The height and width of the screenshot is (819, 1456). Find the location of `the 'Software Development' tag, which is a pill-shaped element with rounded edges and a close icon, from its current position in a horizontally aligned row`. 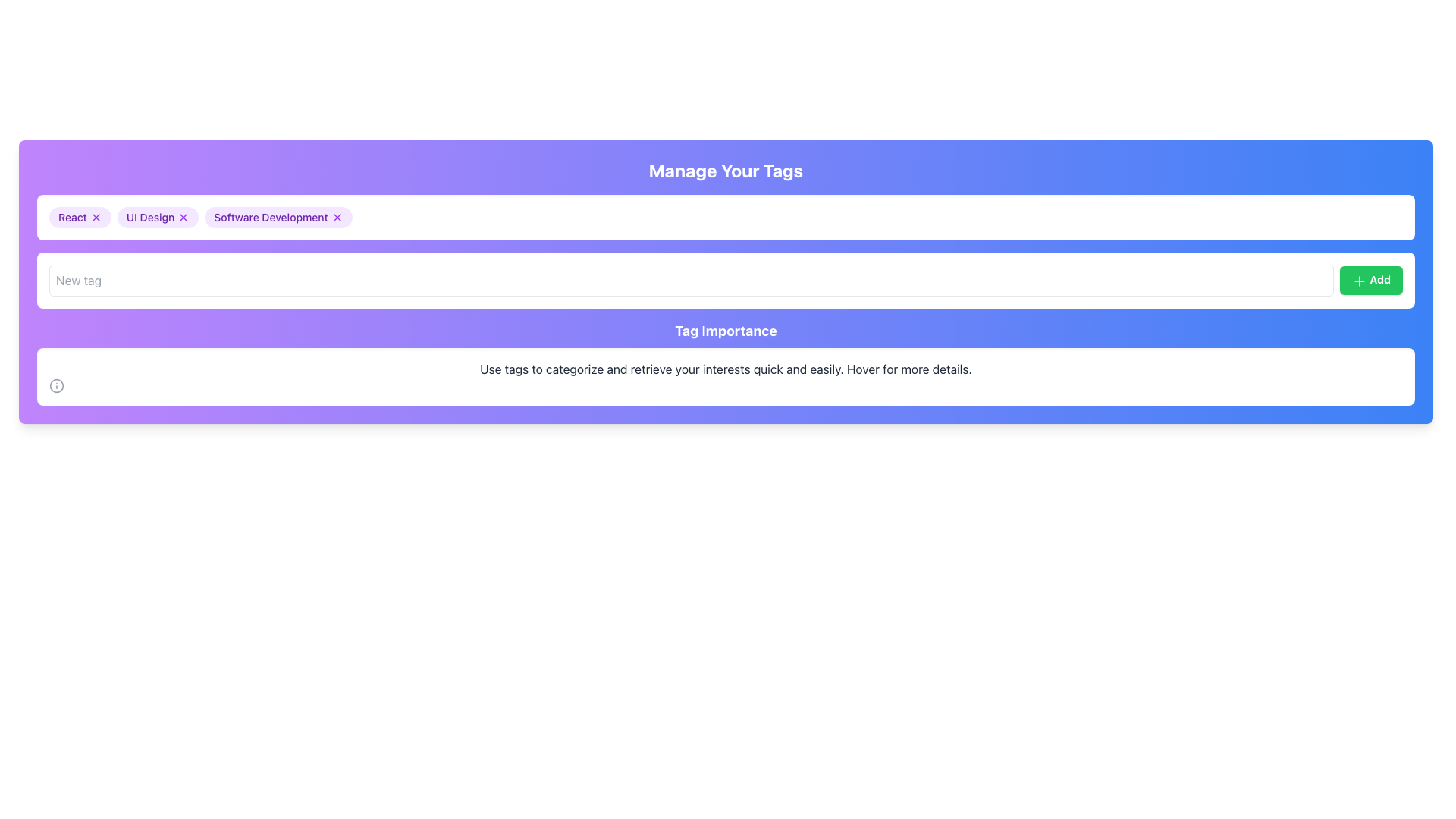

the 'Software Development' tag, which is a pill-shaped element with rounded edges and a close icon, from its current position in a horizontally aligned row is located at coordinates (278, 217).